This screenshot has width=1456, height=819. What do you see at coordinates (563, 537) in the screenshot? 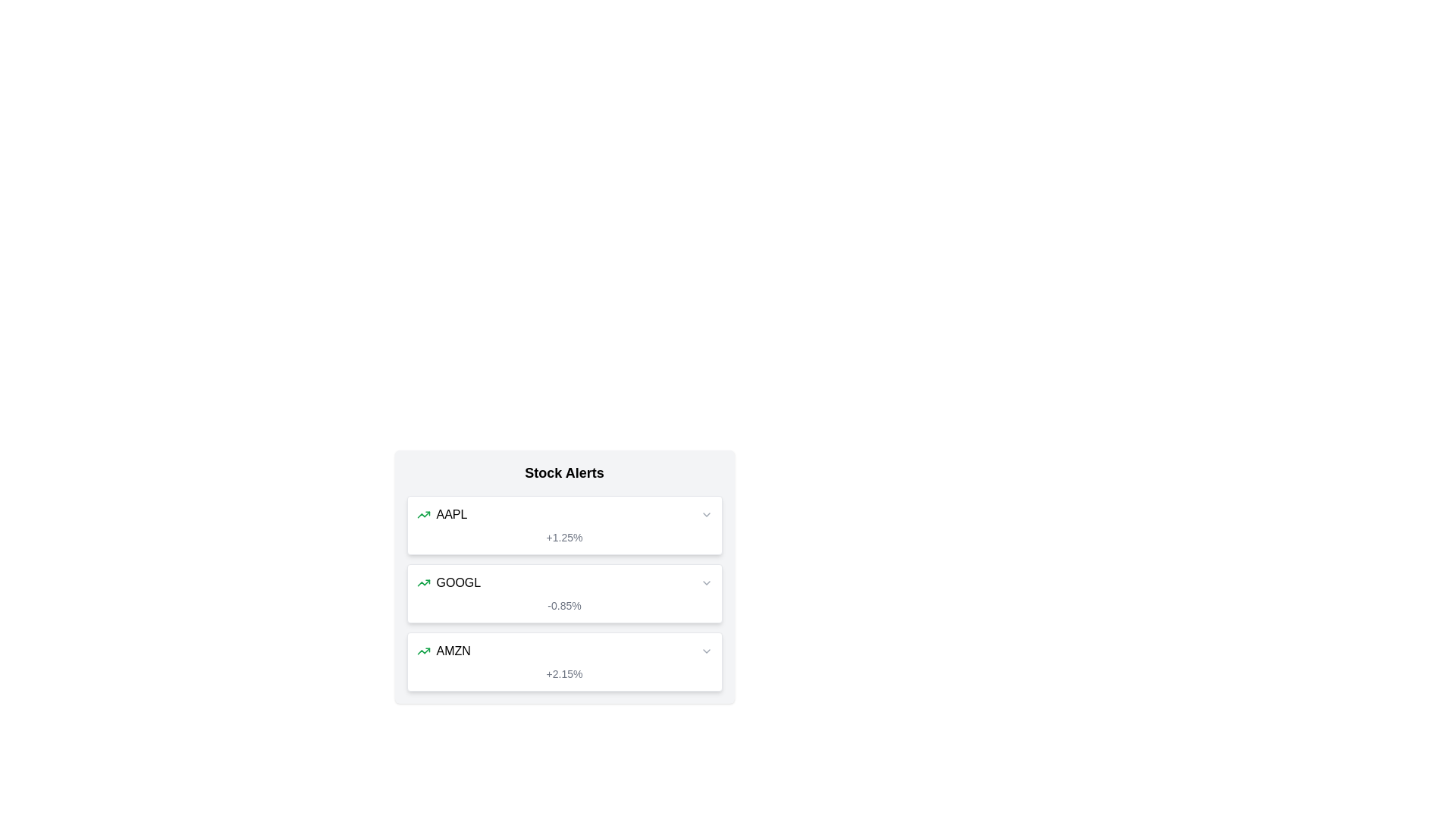
I see `the Text Display element that shows the percentage change for 'AAPL', located below the title and next to the trending icon` at bounding box center [563, 537].